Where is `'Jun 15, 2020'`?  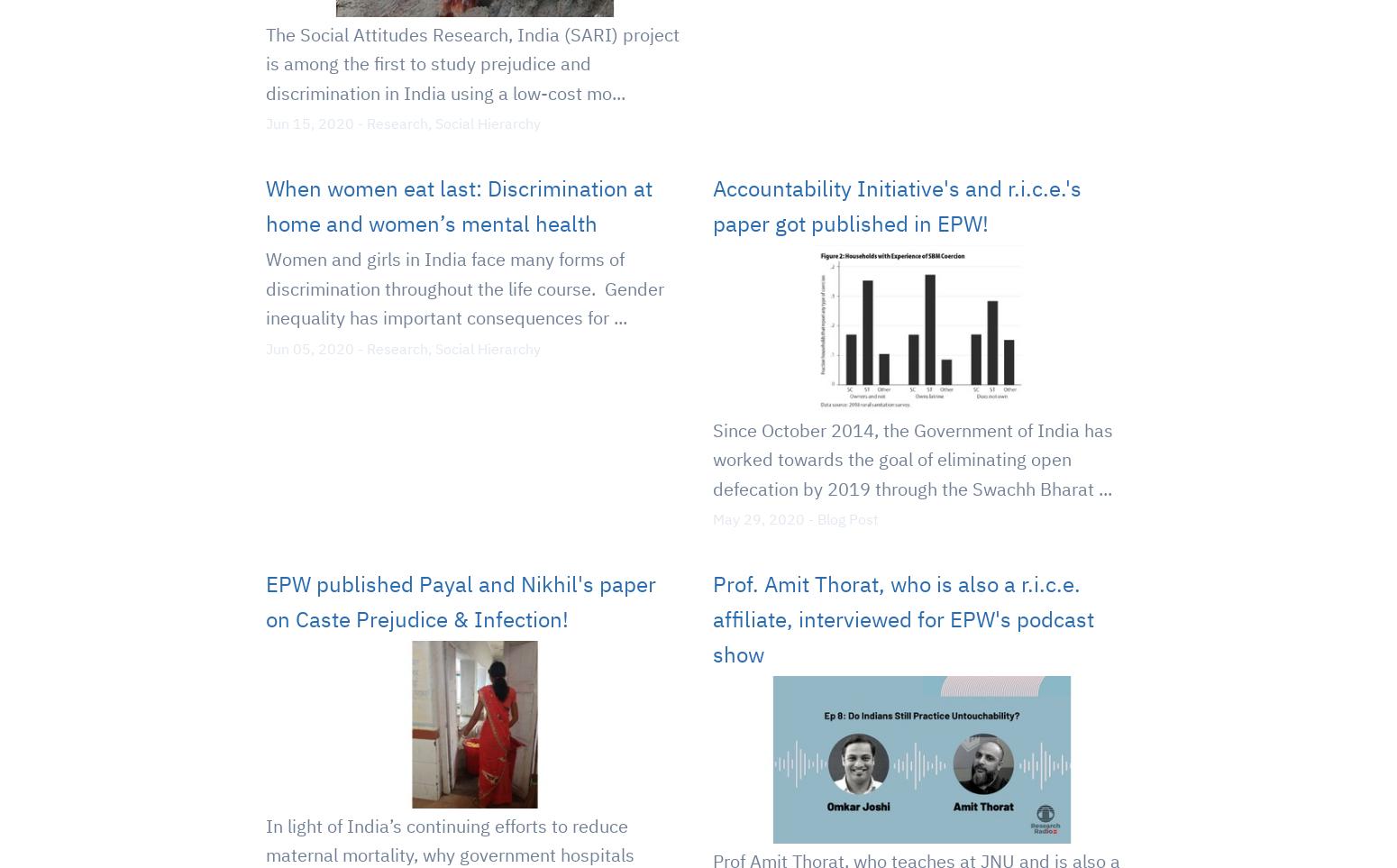
'Jun 15, 2020' is located at coordinates (308, 123).